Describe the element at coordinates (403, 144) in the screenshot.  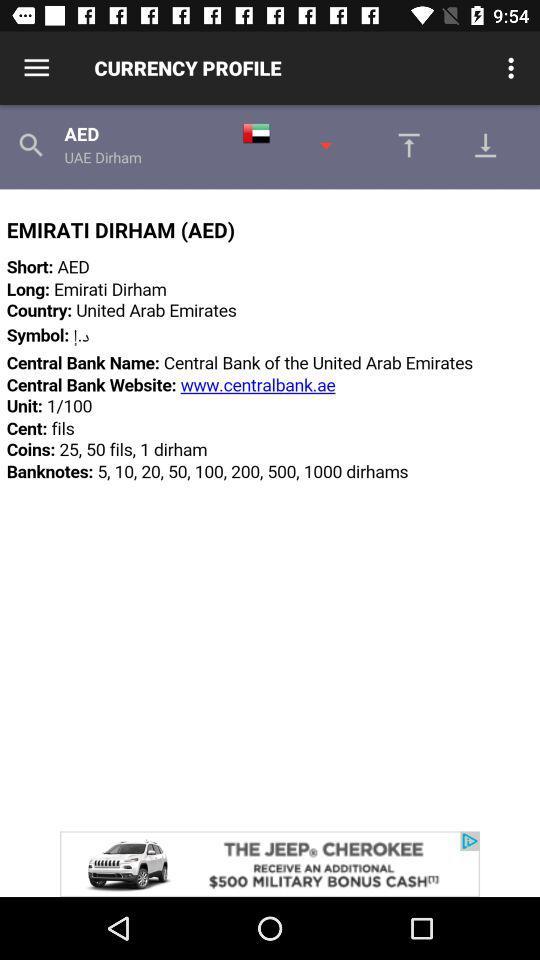
I see `previous button` at that location.